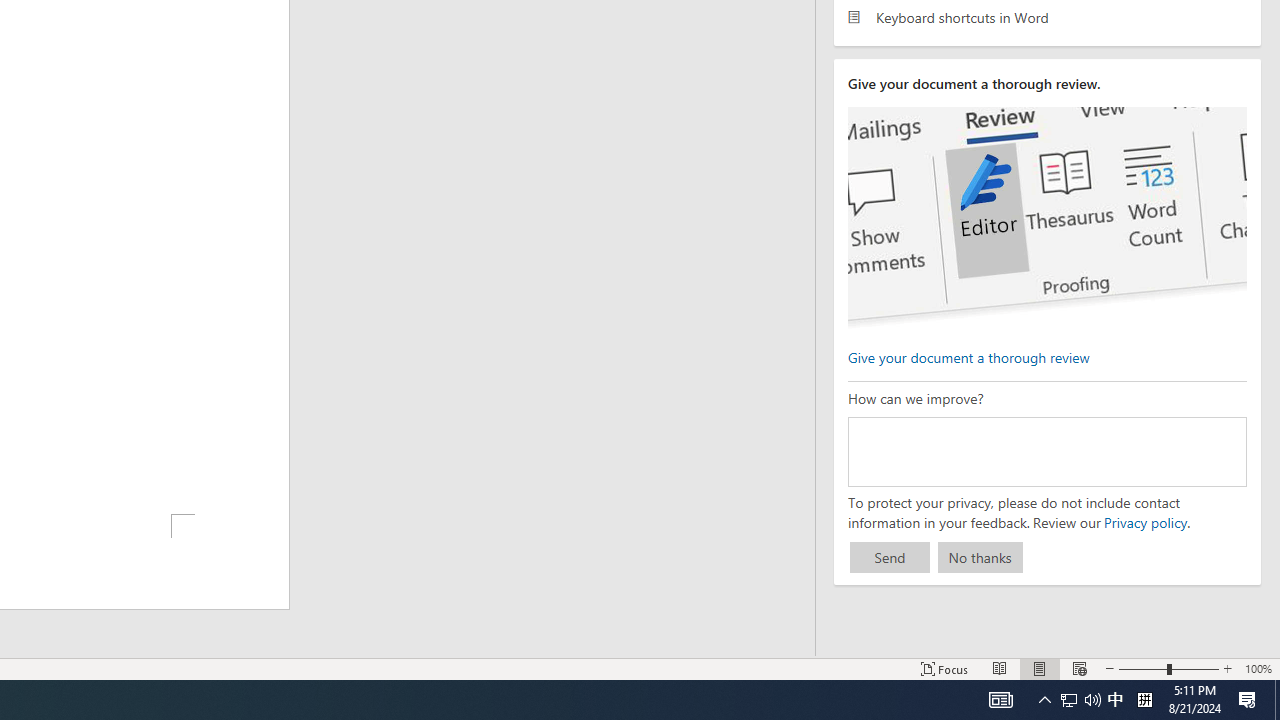 This screenshot has height=720, width=1280. What do you see at coordinates (980, 557) in the screenshot?
I see `'No thanks'` at bounding box center [980, 557].